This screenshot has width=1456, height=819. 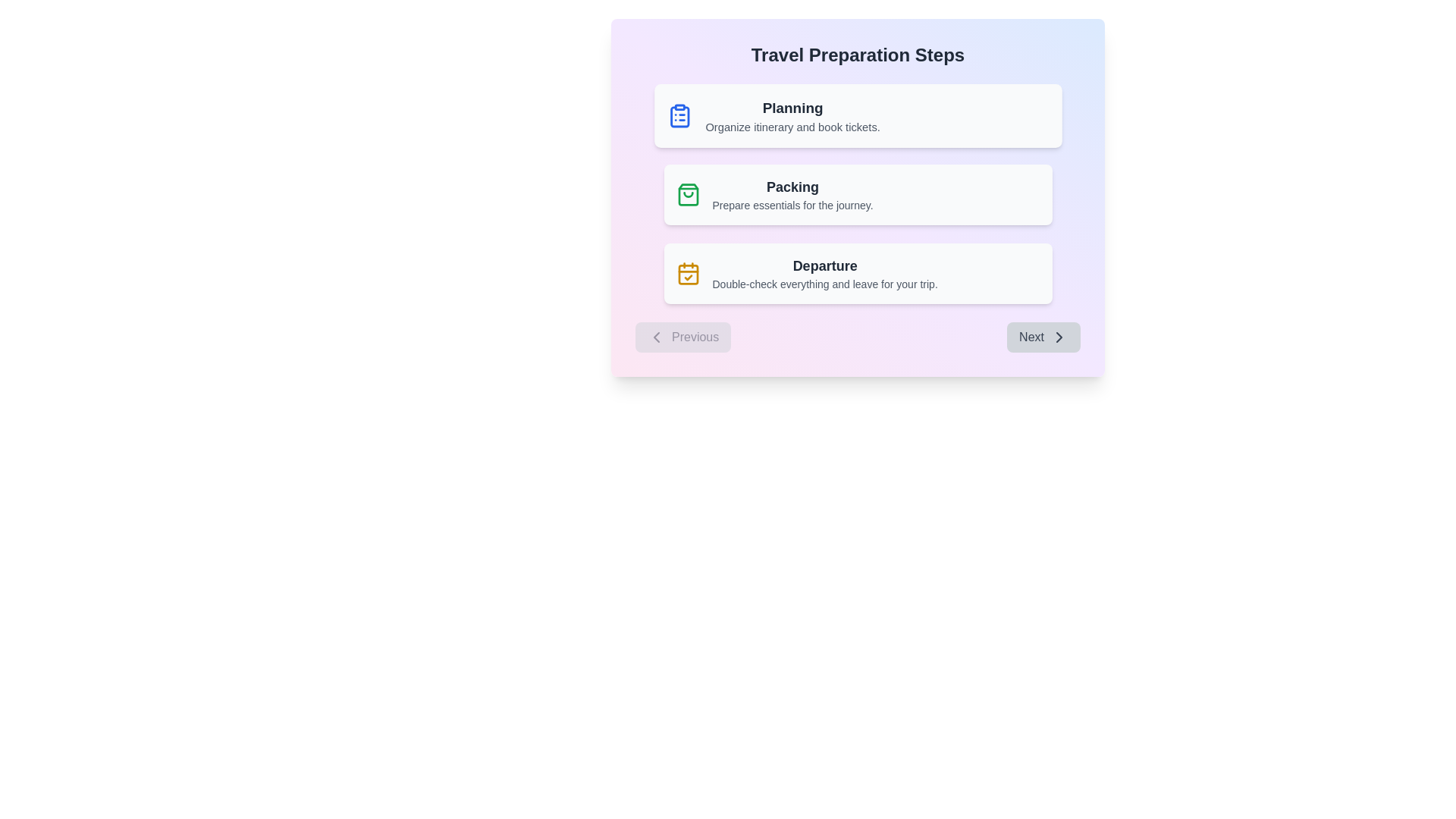 What do you see at coordinates (858, 274) in the screenshot?
I see `the 'Departure' information card, which is the third card in the vertical list of travel preparation steps` at bounding box center [858, 274].